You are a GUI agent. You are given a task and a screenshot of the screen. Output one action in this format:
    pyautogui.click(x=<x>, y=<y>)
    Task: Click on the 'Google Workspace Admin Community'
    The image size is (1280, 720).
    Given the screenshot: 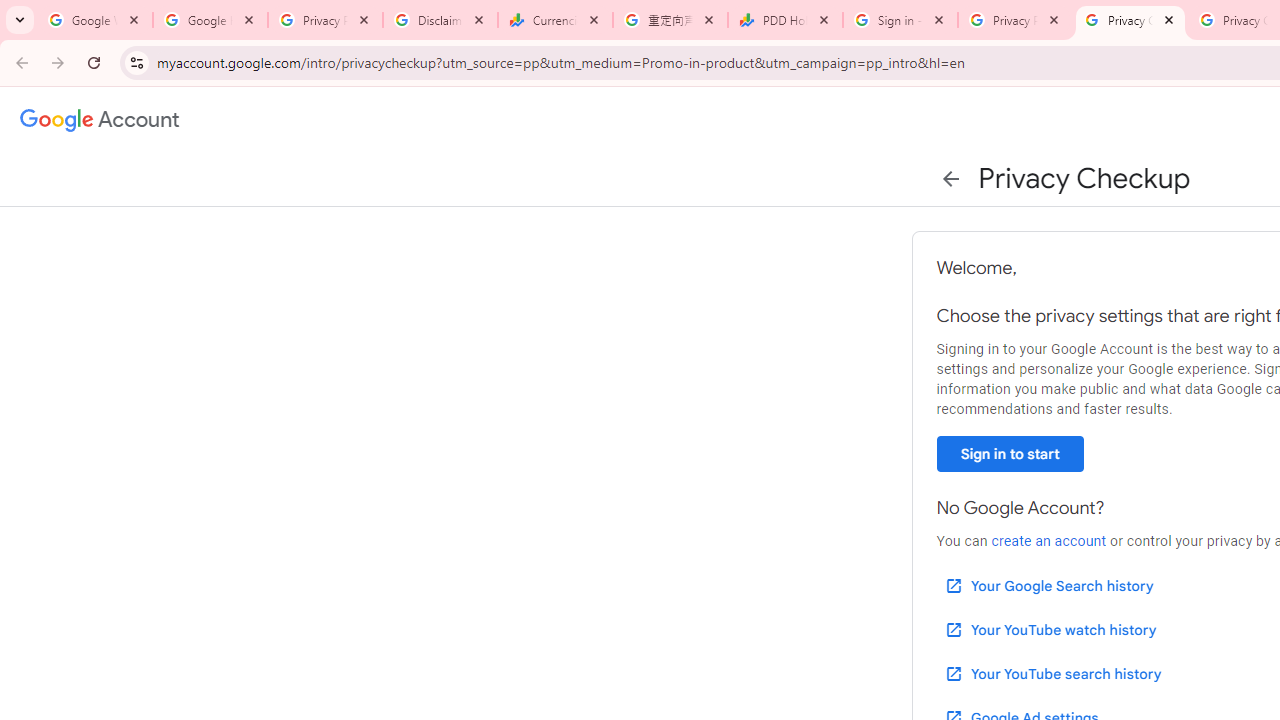 What is the action you would take?
    pyautogui.click(x=94, y=20)
    